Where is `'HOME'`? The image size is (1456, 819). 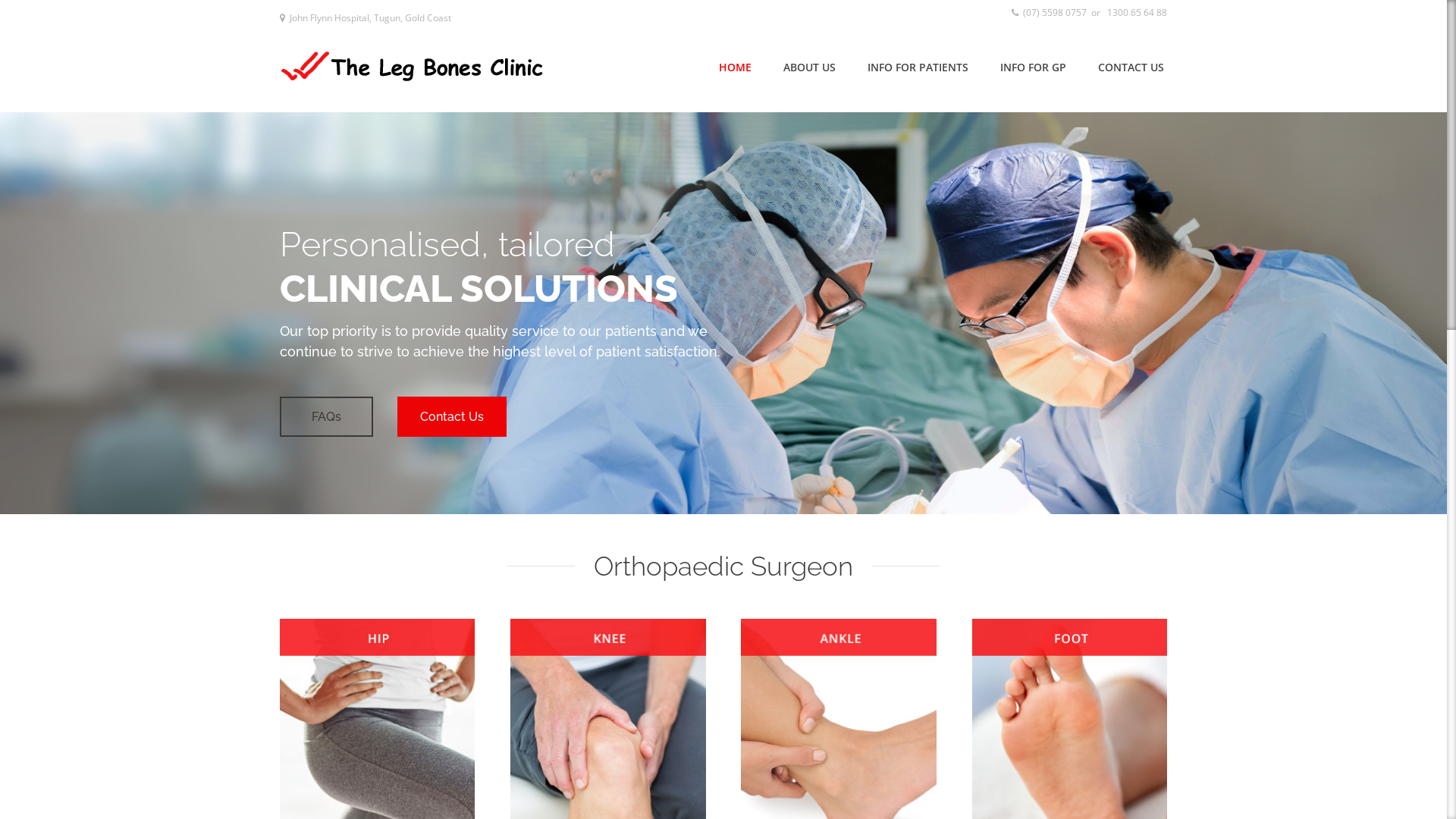
'HOME' is located at coordinates (735, 66).